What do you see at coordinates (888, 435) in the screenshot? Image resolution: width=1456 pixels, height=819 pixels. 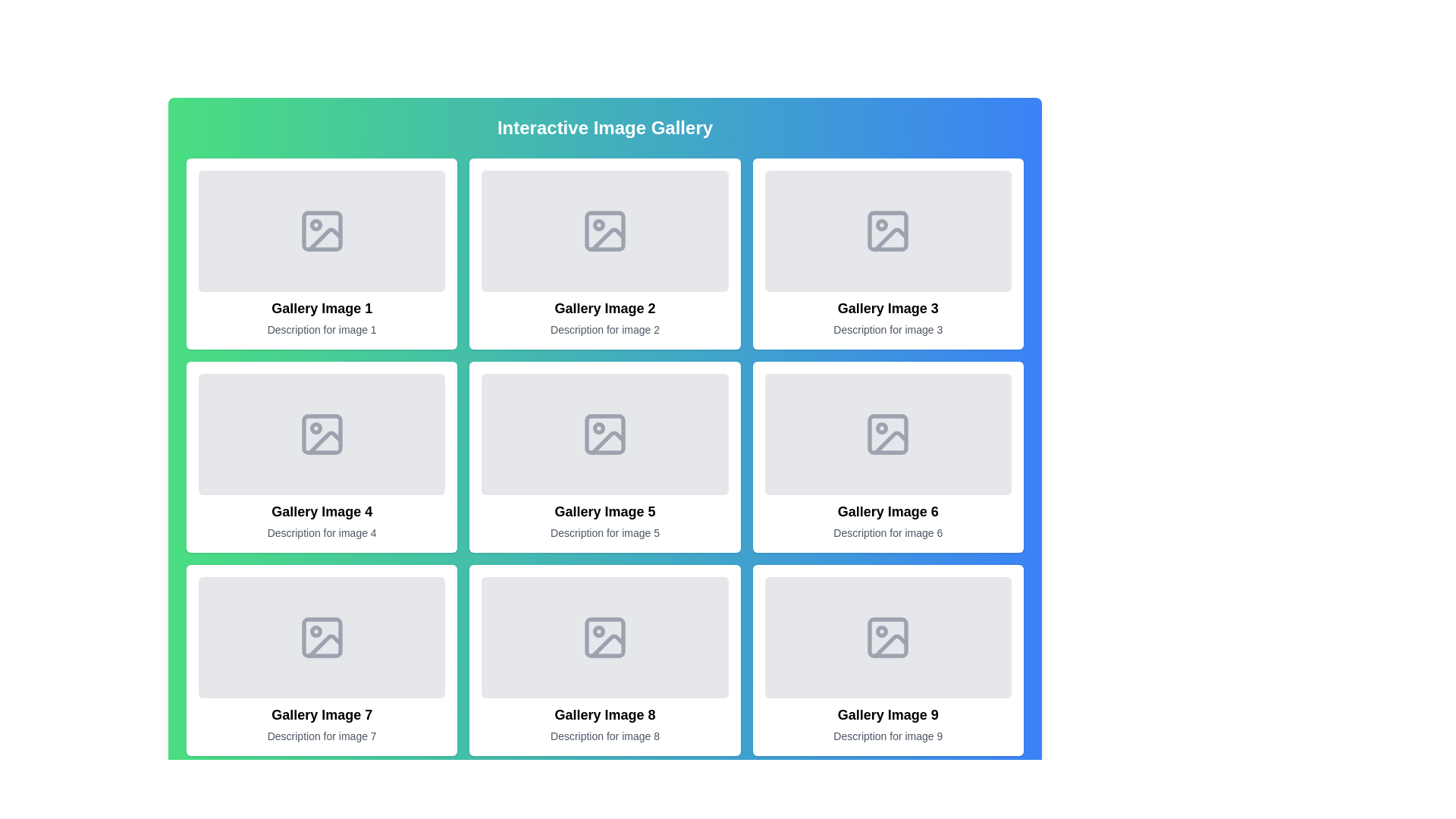 I see `the SVG icon resembling a generic image placeholder located in the sixth box of a three-by-three grid, specifically in the second row and third column` at bounding box center [888, 435].